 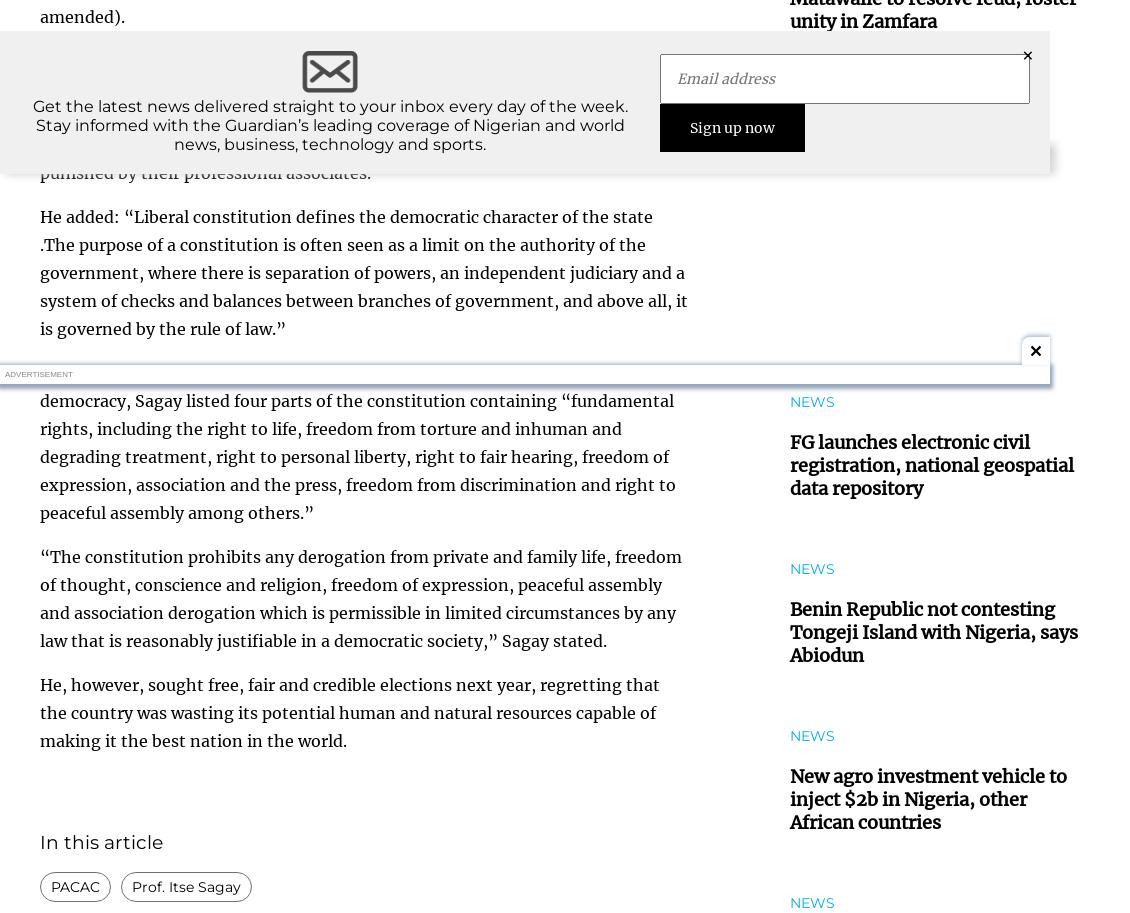 What do you see at coordinates (362, 271) in the screenshot?
I see `'He added: “Liberal constitution defines the democratic character of the state .The purpose of a constitution is often seen as a limit on the authority of the government, where there is separation of powers, an independent judiciary and a system of checks and balances between branches of government, and above all, it is governed by the rule of law.”'` at bounding box center [362, 271].